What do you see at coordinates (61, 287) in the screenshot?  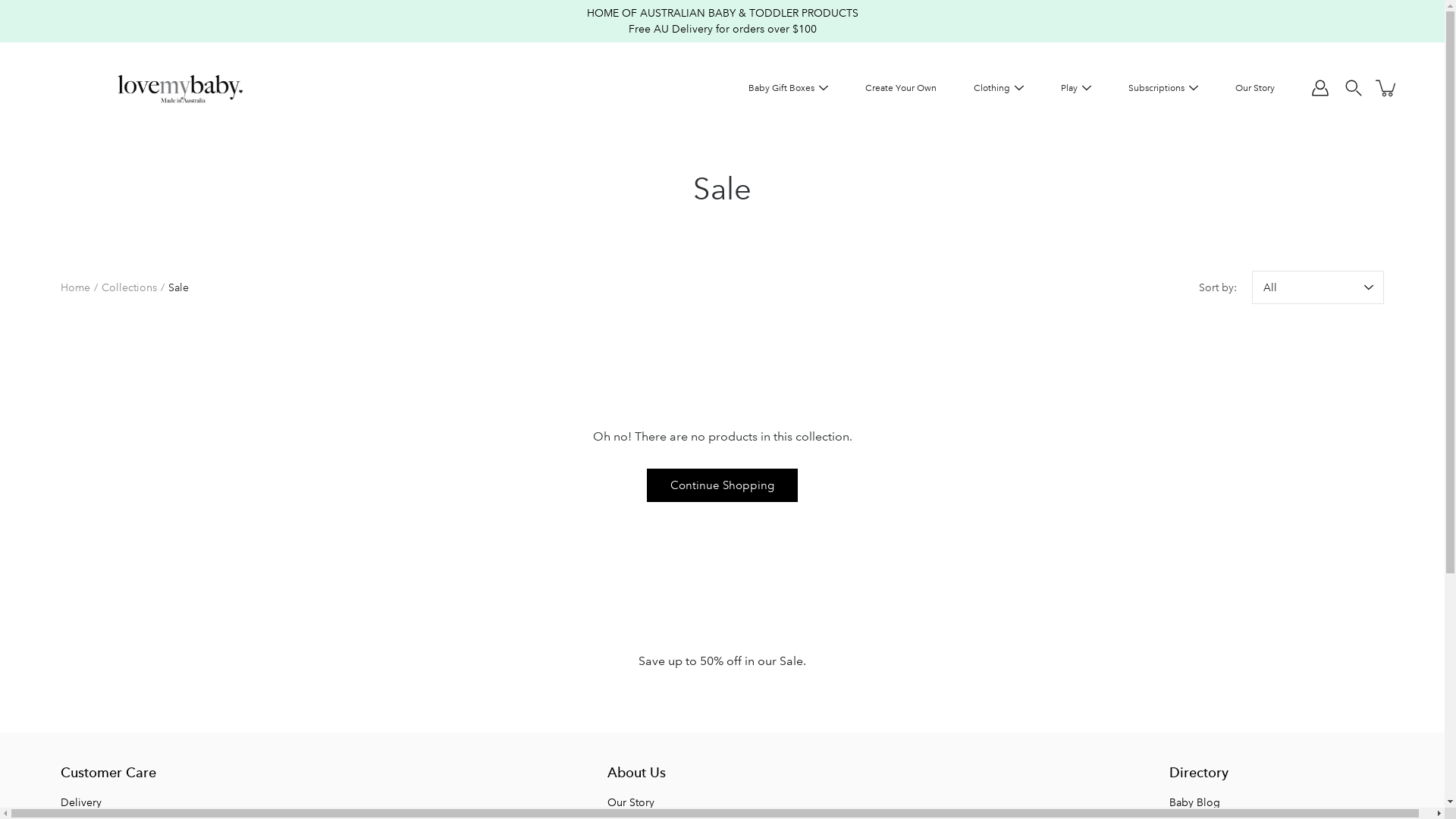 I see `'Home'` at bounding box center [61, 287].